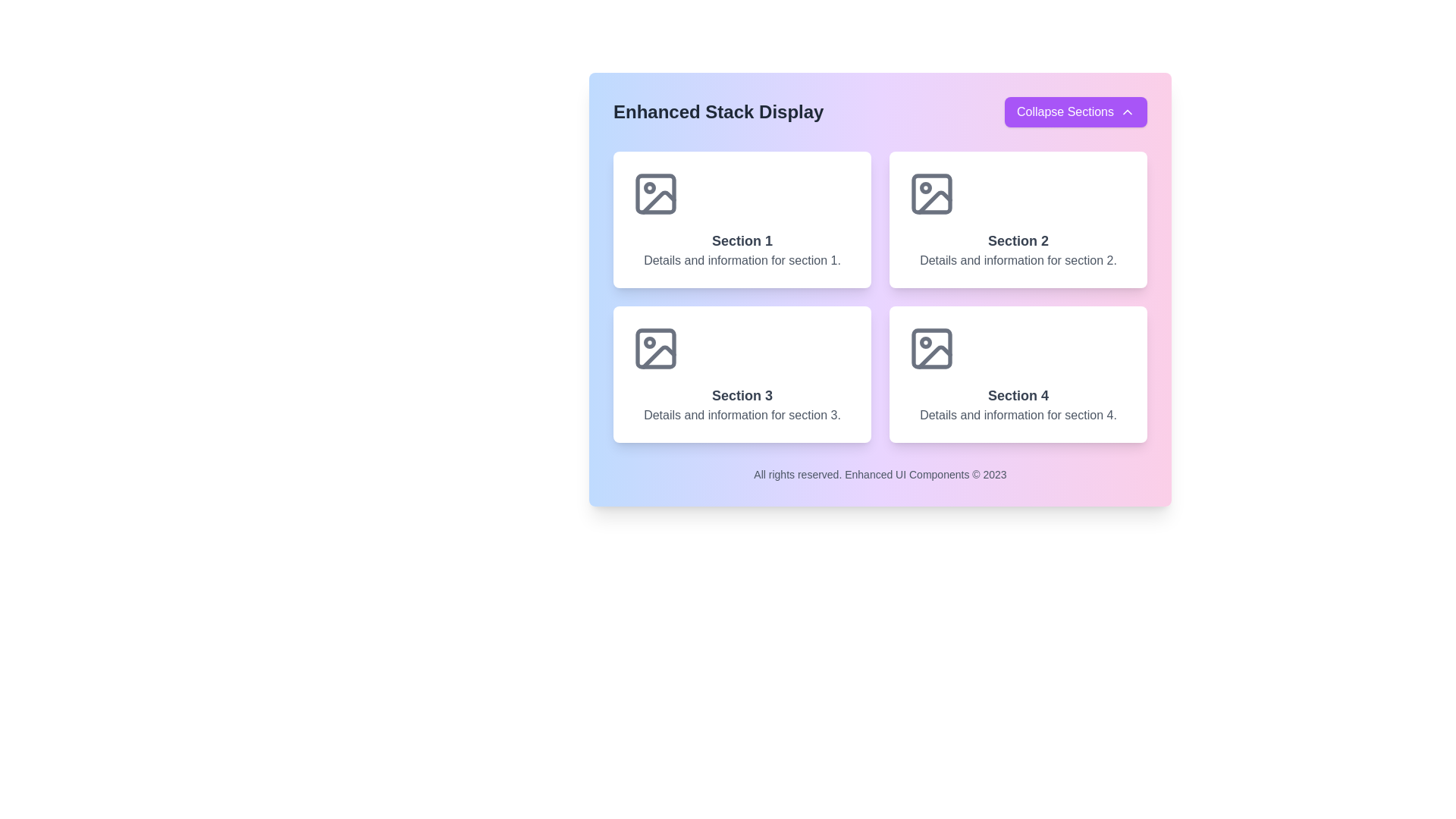 The width and height of the screenshot is (1456, 819). I want to click on text from the Text Label located in the bottom part of the 'Section 4' card in the bottom-right corner of the grid, so click(1018, 415).